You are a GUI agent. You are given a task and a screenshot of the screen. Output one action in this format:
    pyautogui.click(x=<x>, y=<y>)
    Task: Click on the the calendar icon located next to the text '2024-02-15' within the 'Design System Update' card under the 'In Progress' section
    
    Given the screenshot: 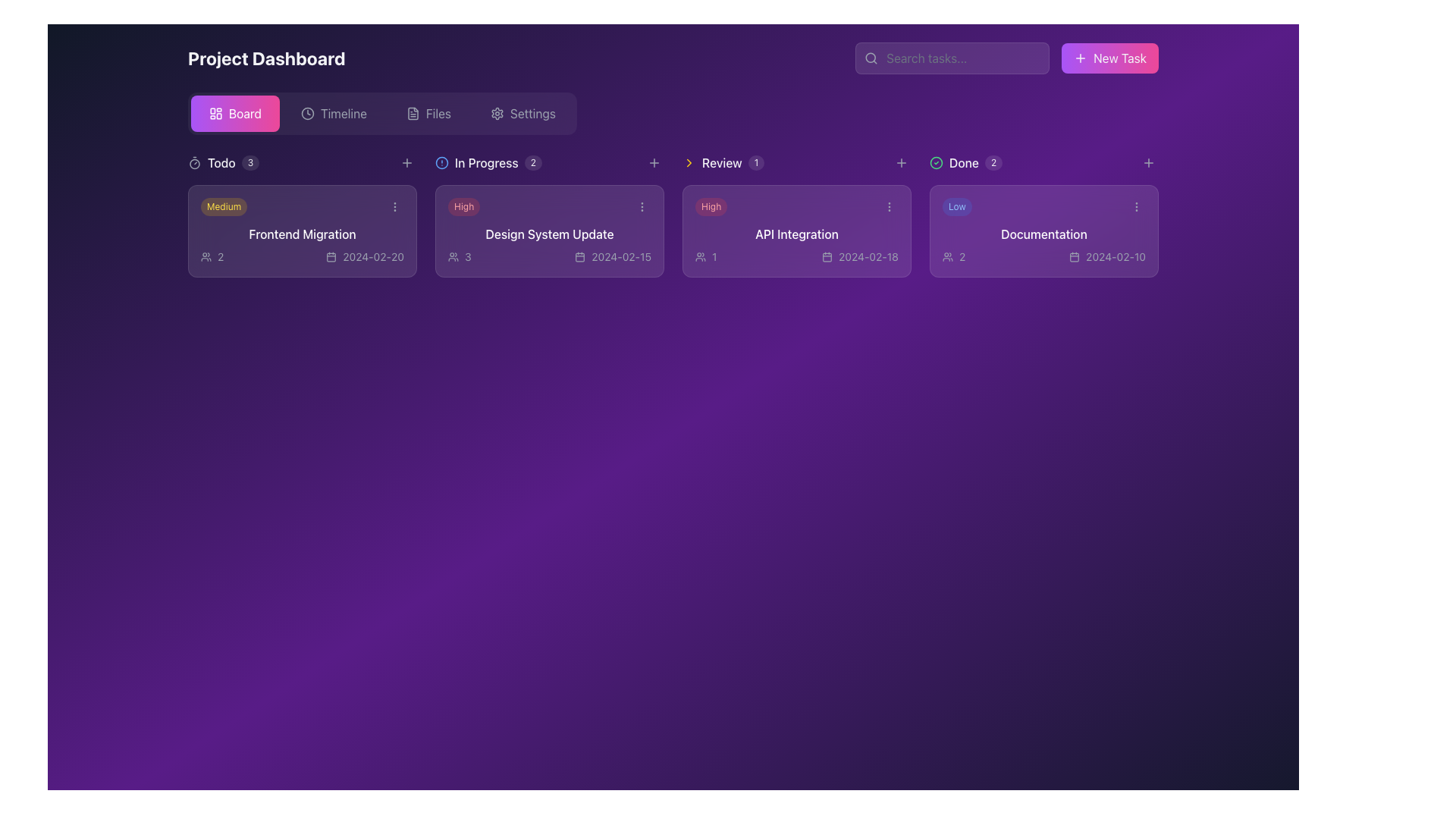 What is the action you would take?
    pyautogui.click(x=579, y=256)
    